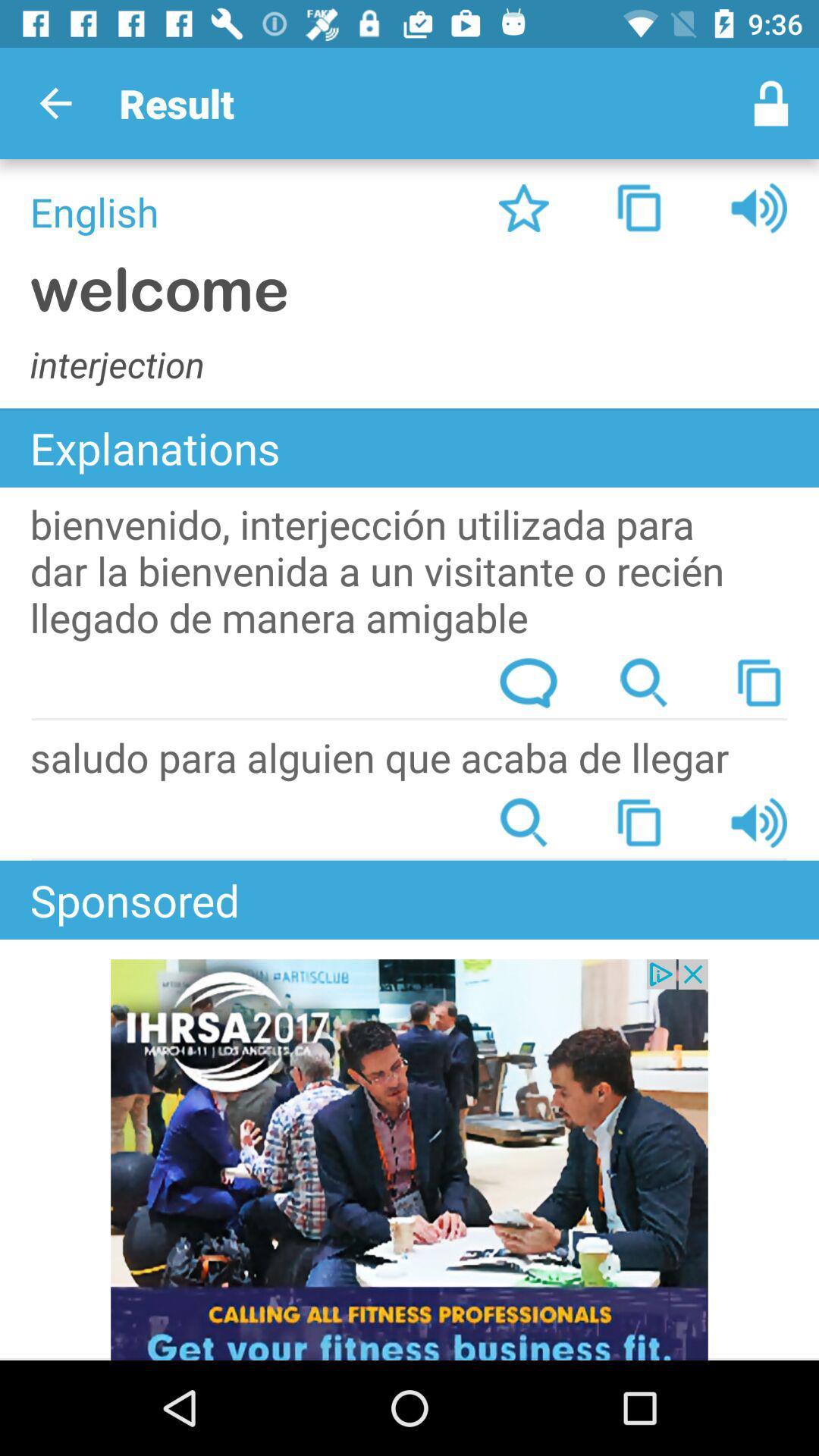 The height and width of the screenshot is (1456, 819). What do you see at coordinates (409, 1159) in the screenshot?
I see `advertisement` at bounding box center [409, 1159].